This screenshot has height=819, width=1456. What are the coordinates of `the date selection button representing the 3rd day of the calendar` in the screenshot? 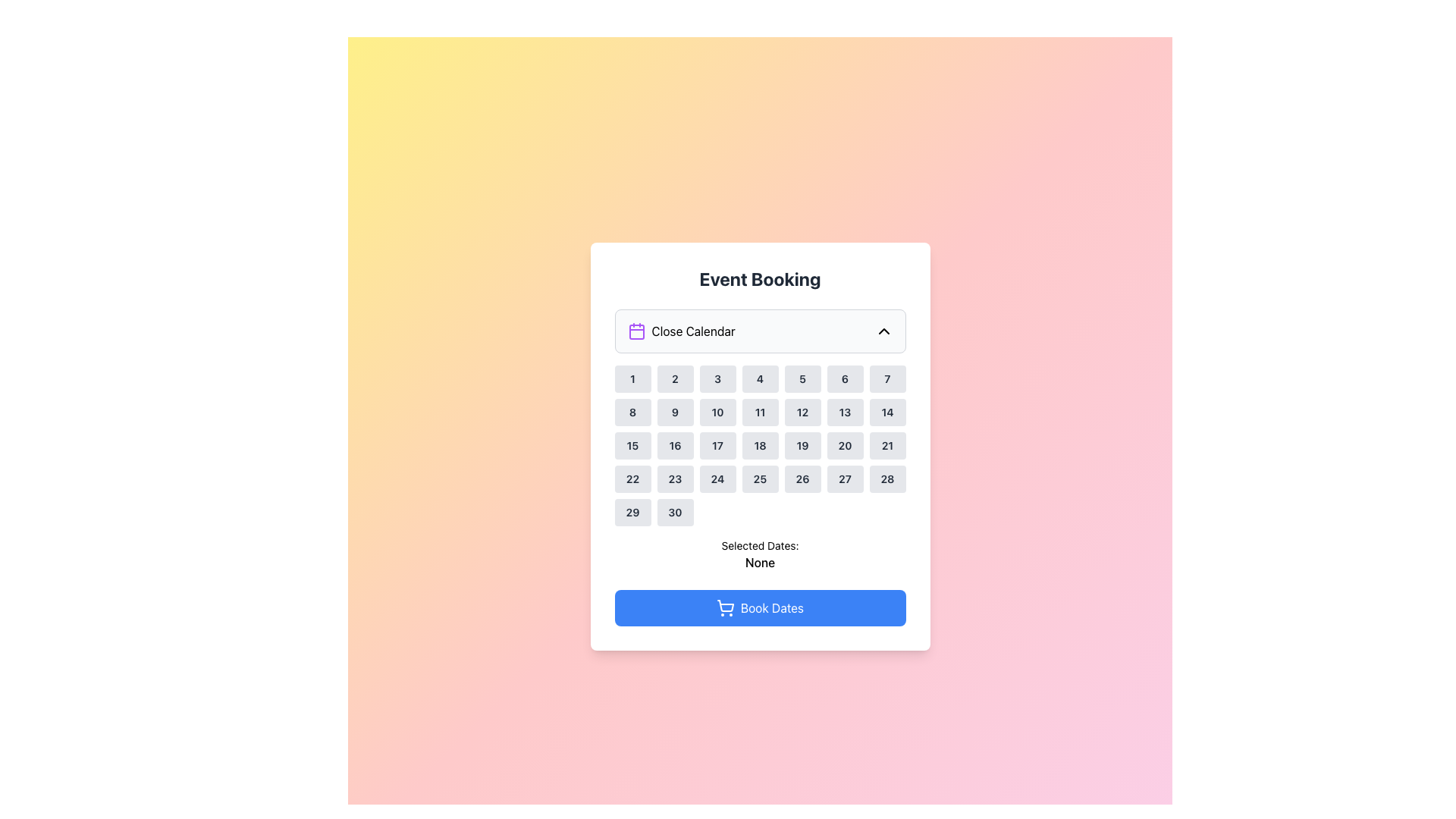 It's located at (717, 378).